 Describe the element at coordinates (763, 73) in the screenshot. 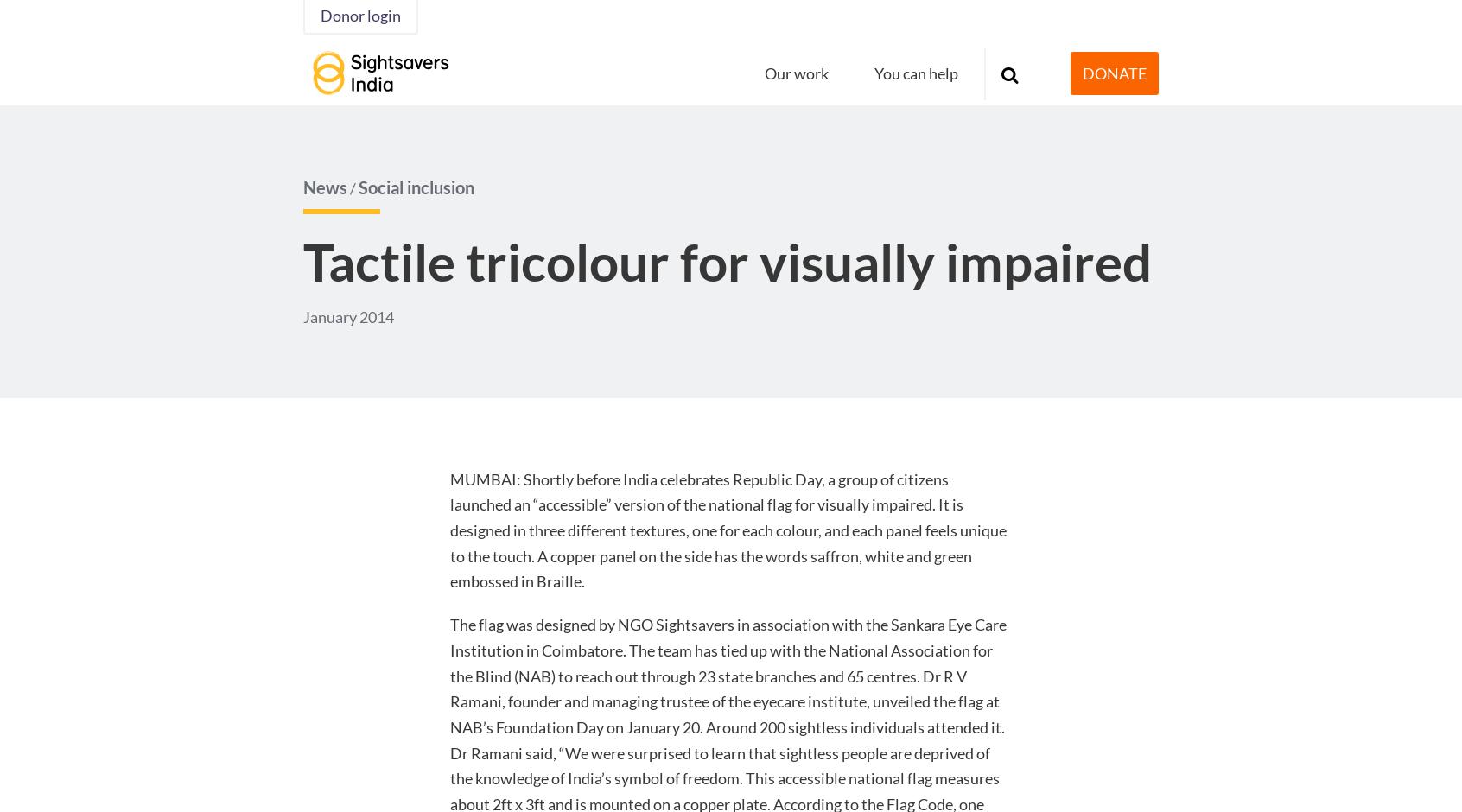

I see `'Our work'` at that location.